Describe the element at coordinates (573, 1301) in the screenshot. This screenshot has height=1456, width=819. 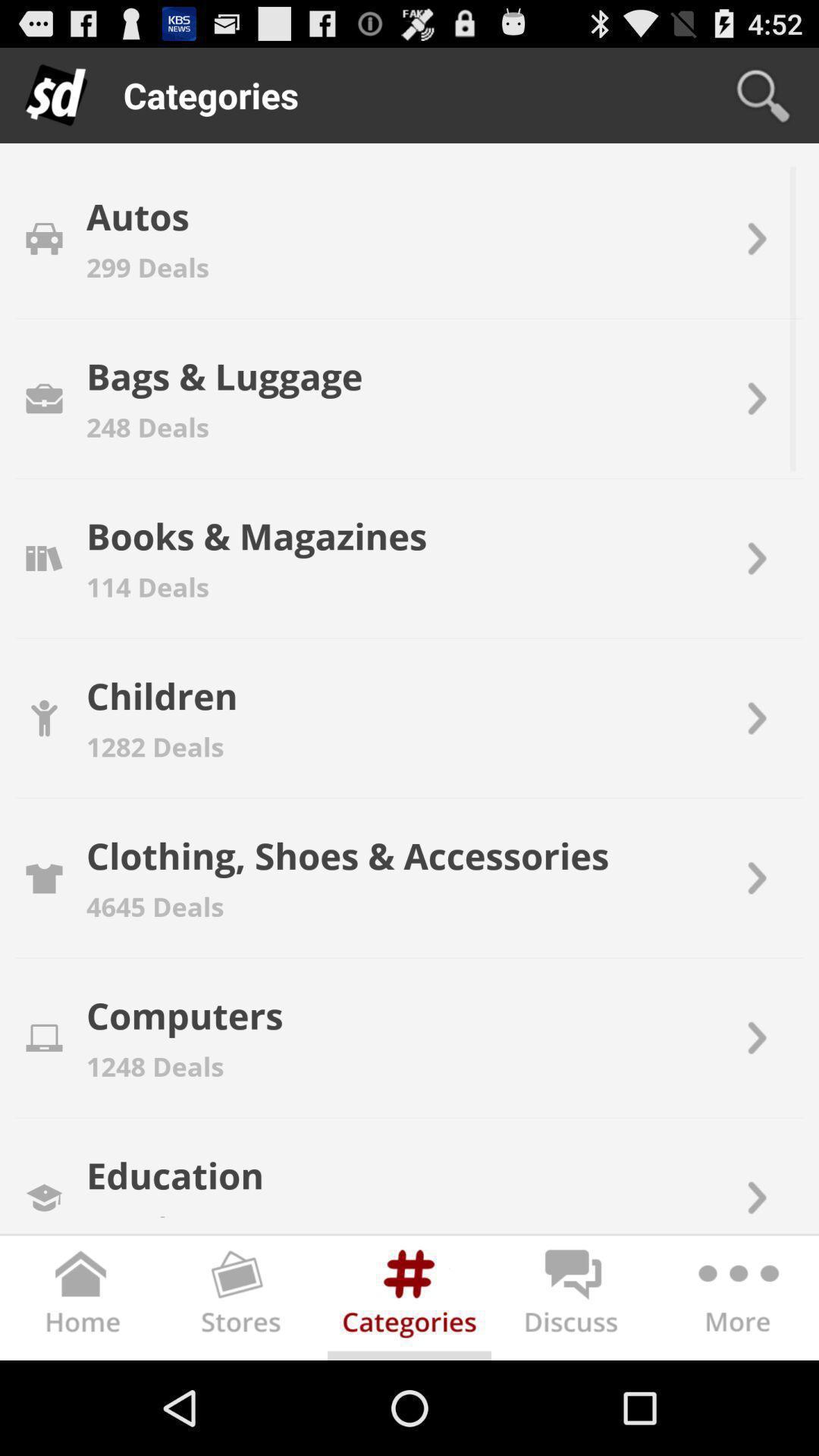
I see `chat` at that location.